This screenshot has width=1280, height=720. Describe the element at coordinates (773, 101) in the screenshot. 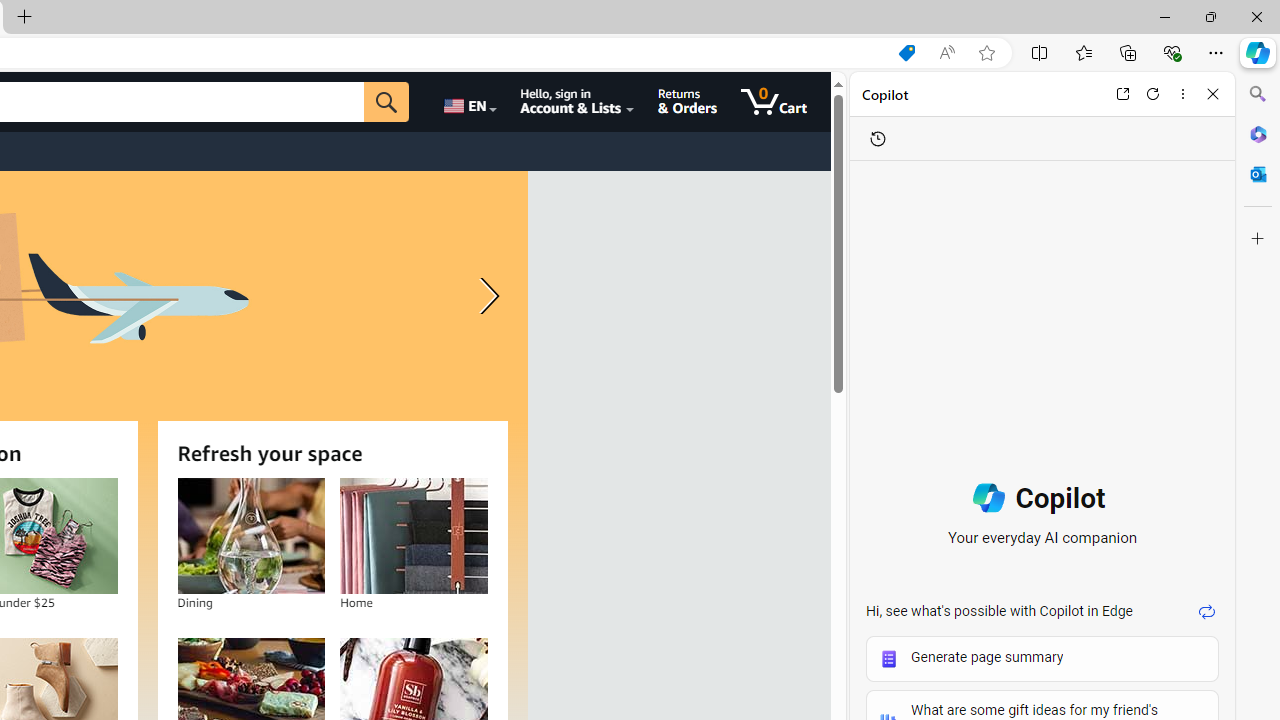

I see `'0 items in cart'` at that location.